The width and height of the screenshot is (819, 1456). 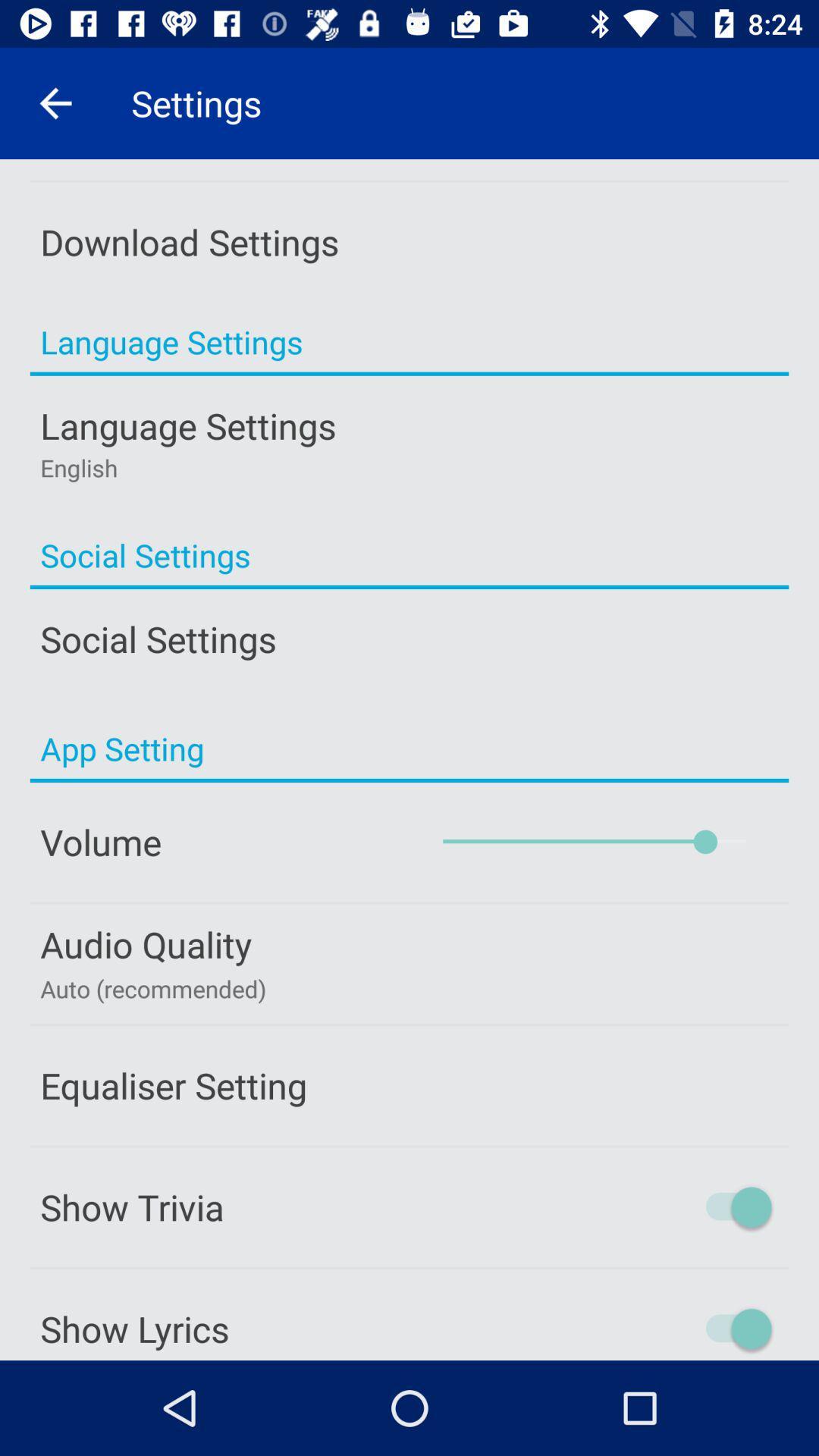 I want to click on button to show and unshow lyrics, so click(x=673, y=1328).